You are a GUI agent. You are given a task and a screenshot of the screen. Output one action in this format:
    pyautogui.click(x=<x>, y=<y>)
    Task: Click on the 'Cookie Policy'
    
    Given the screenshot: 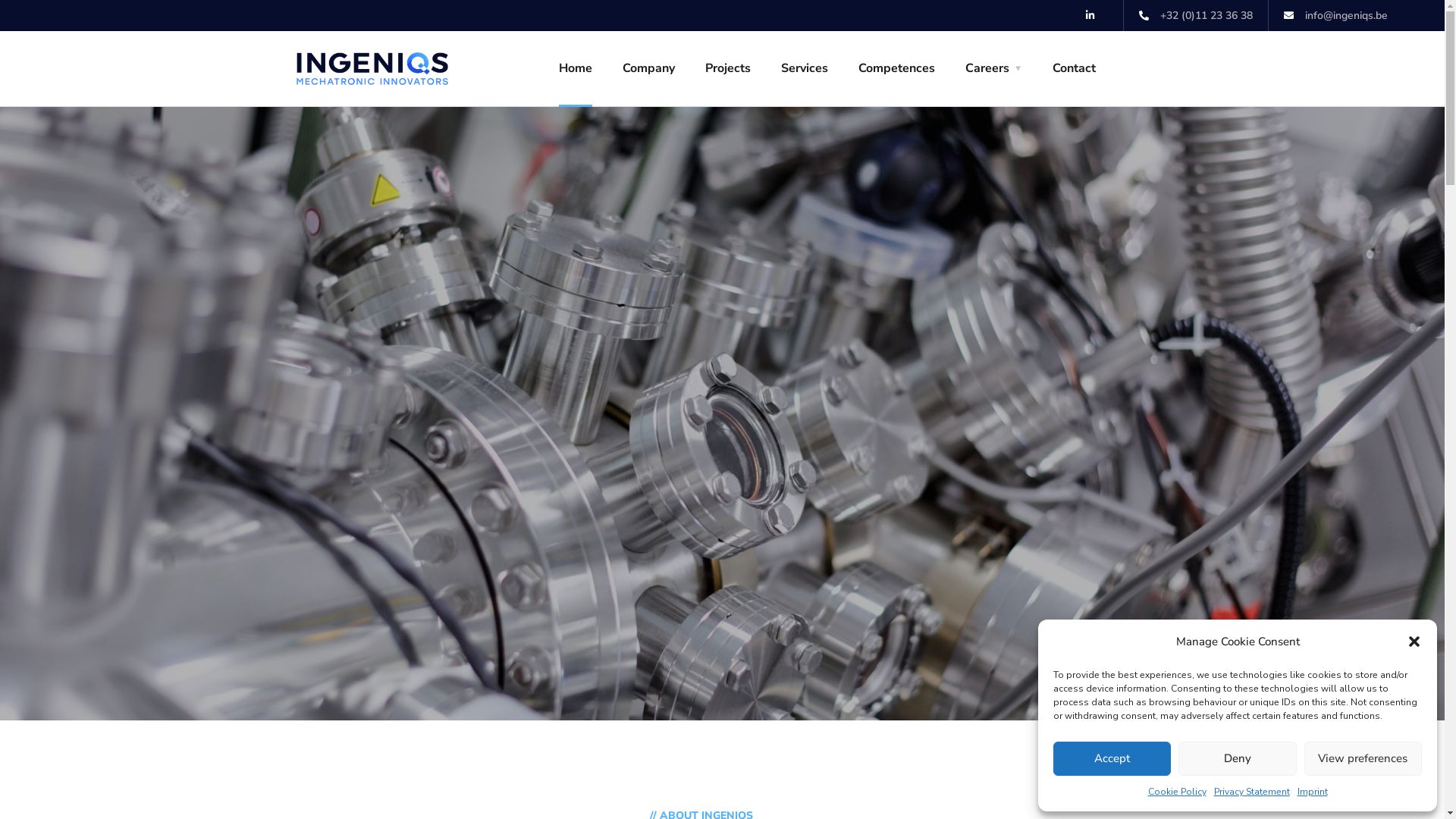 What is the action you would take?
    pyautogui.click(x=1176, y=790)
    